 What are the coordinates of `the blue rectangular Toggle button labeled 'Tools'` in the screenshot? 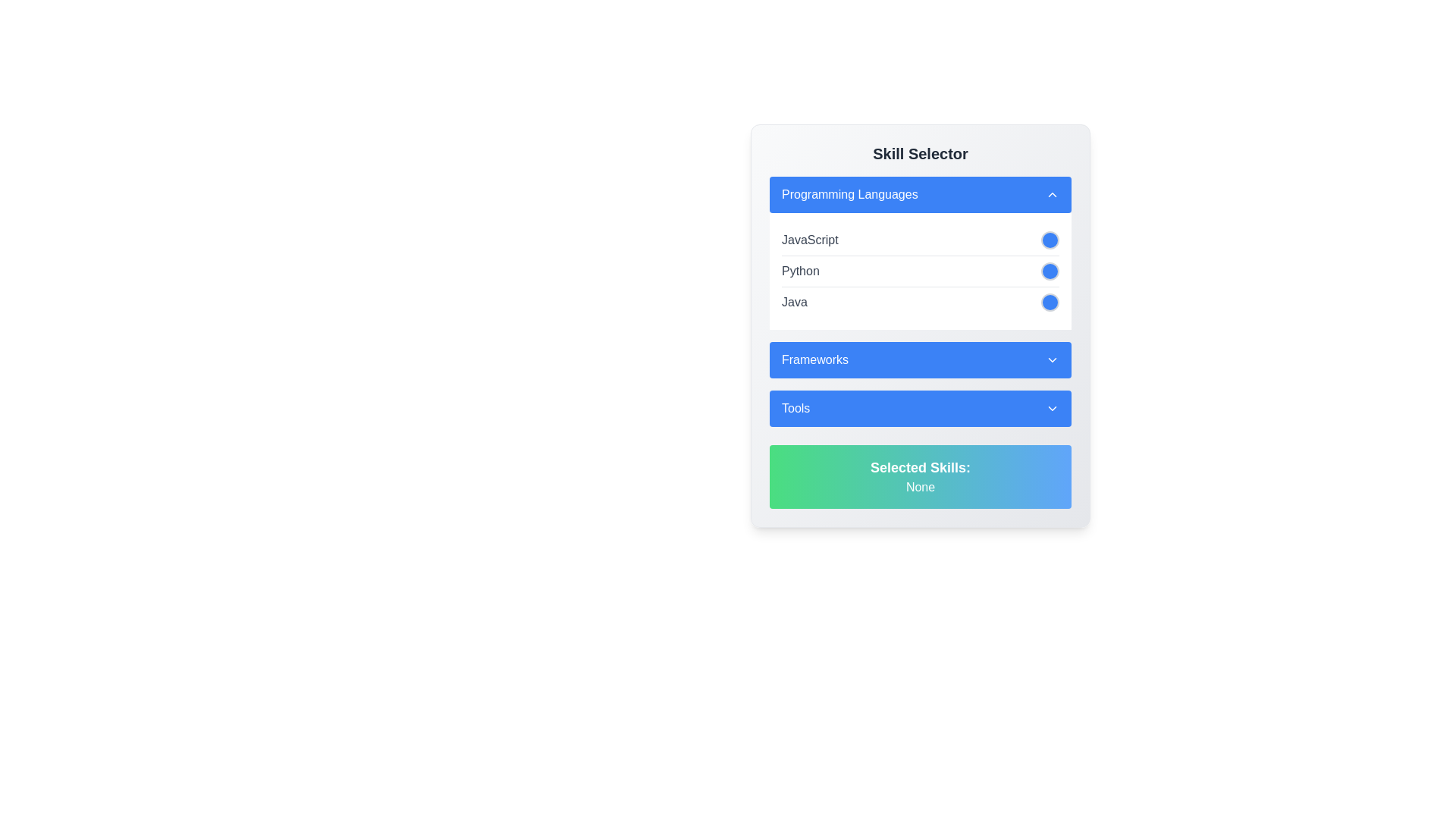 It's located at (920, 408).